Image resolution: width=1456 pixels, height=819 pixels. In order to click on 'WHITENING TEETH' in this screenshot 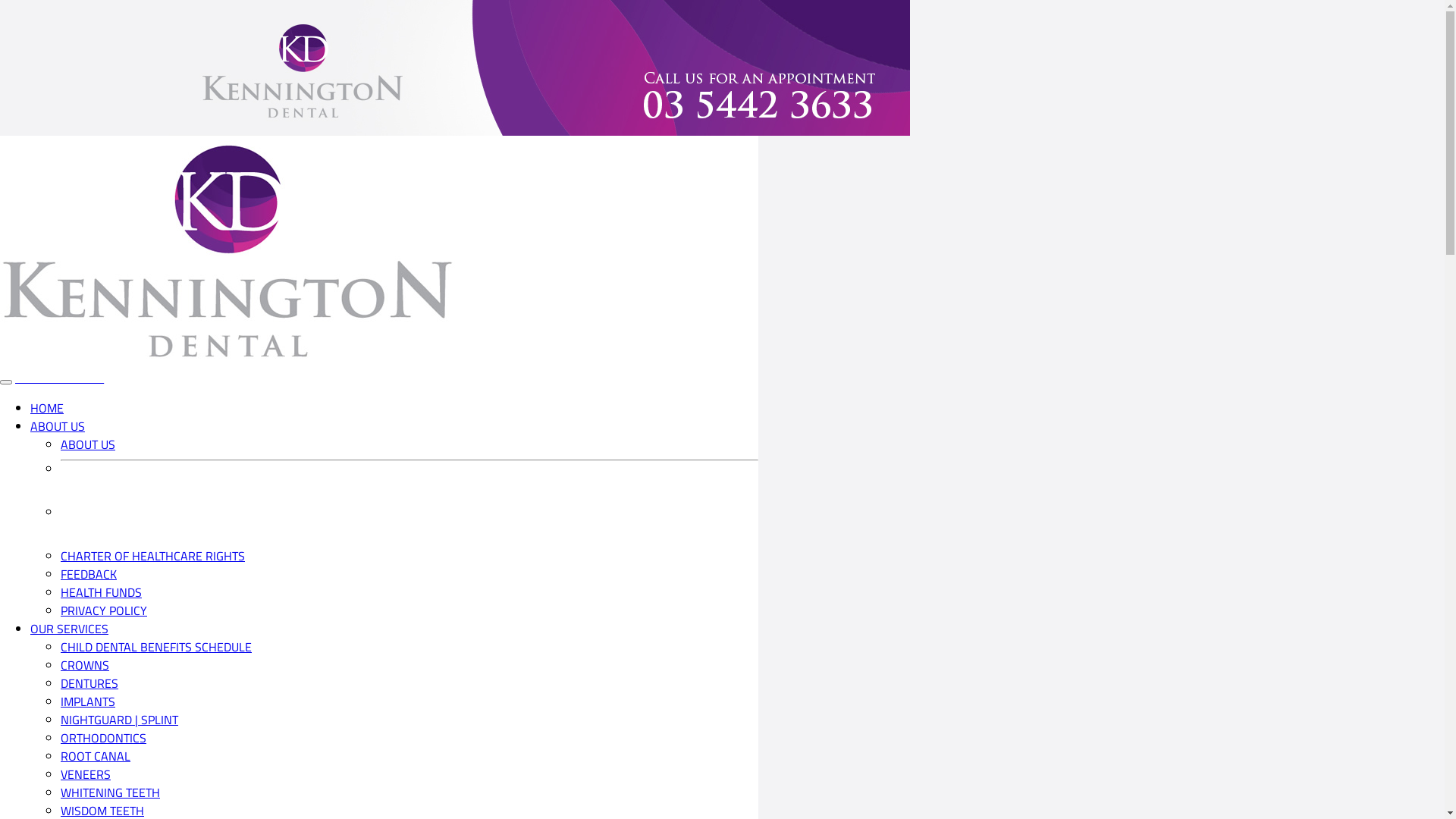, I will do `click(61, 792)`.